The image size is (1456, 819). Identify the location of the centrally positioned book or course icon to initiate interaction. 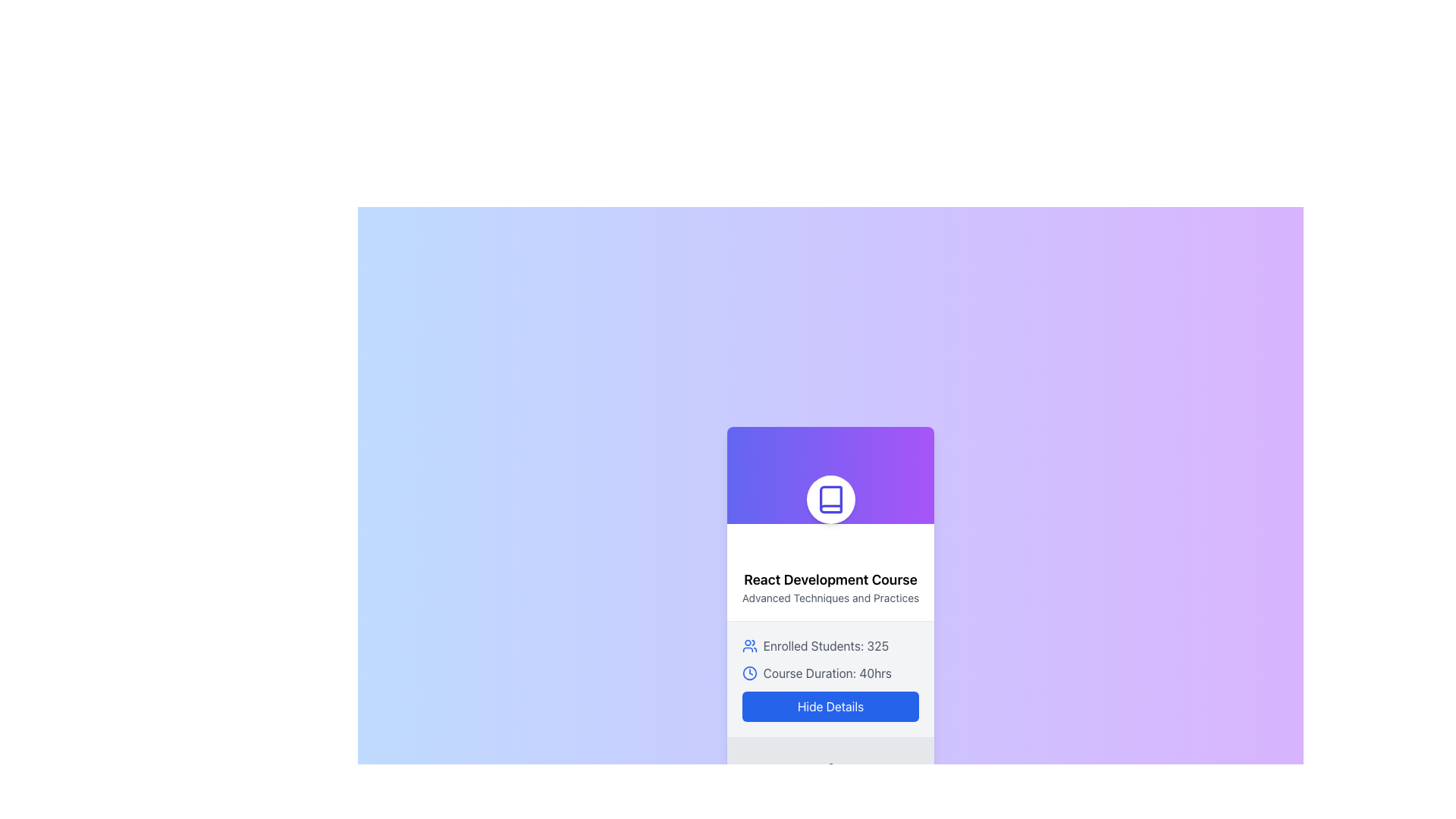
(830, 500).